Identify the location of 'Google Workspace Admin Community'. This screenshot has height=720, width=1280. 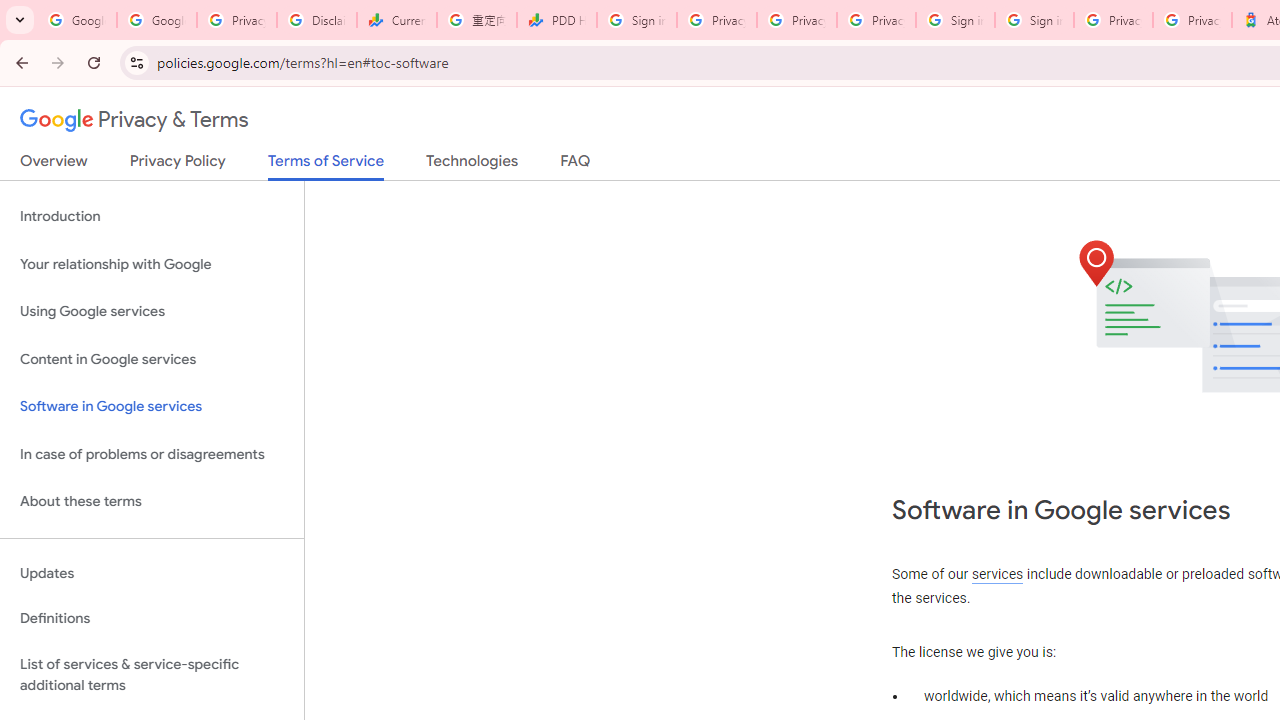
(76, 20).